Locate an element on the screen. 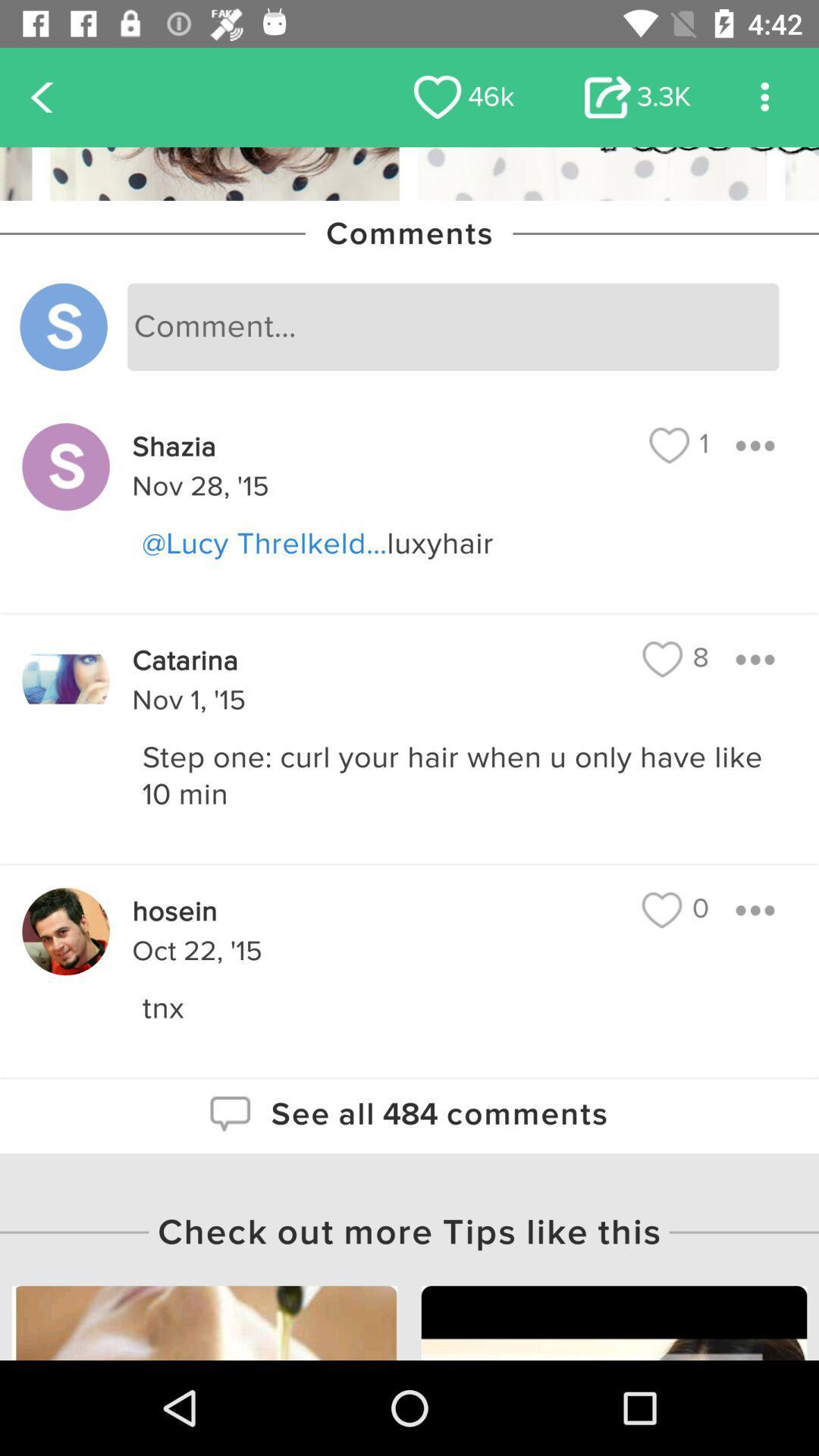 The height and width of the screenshot is (1456, 819). open menu is located at coordinates (755, 659).